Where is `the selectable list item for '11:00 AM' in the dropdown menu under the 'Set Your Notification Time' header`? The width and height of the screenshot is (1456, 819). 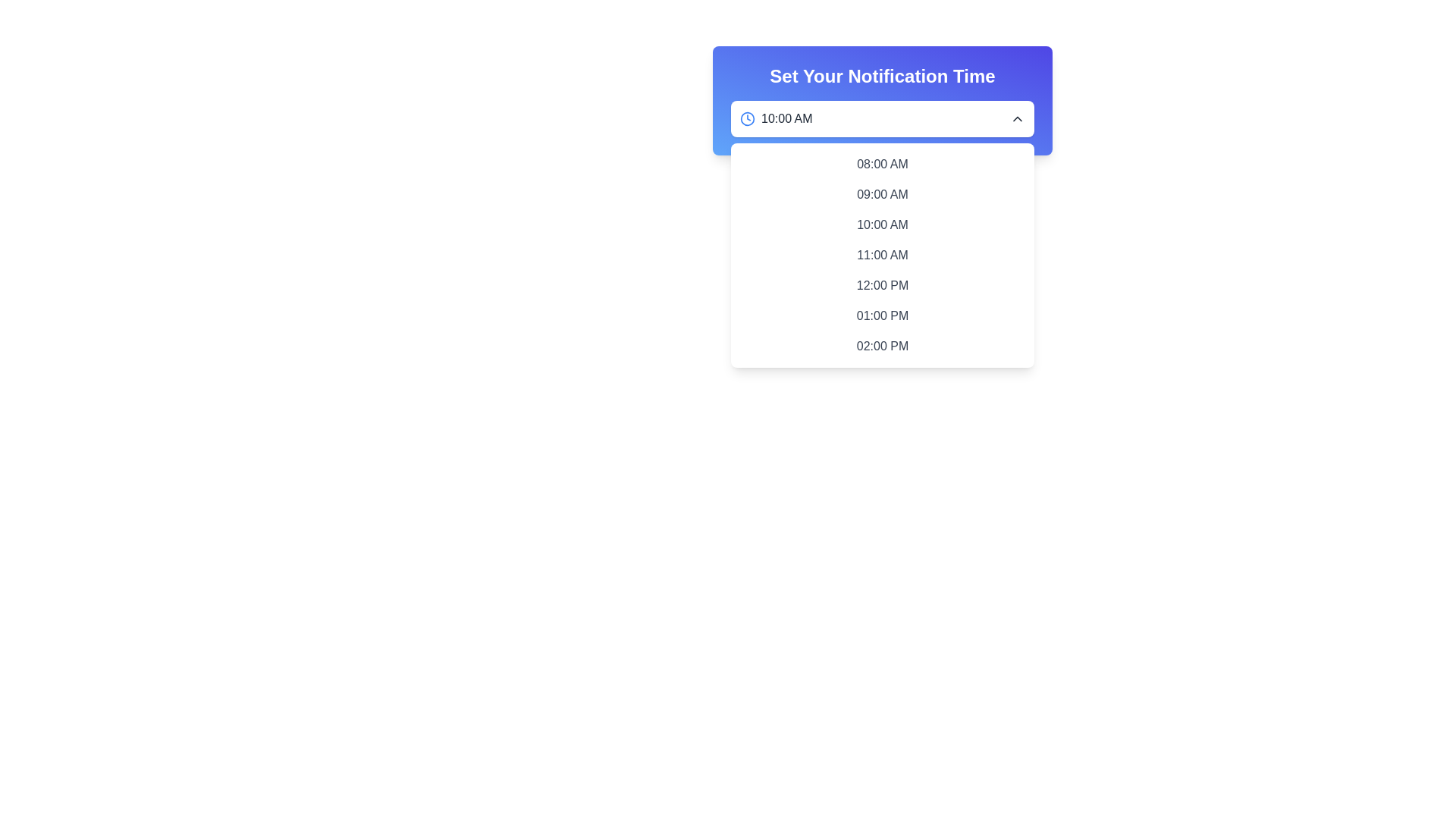
the selectable list item for '11:00 AM' in the dropdown menu under the 'Set Your Notification Time' header is located at coordinates (882, 254).